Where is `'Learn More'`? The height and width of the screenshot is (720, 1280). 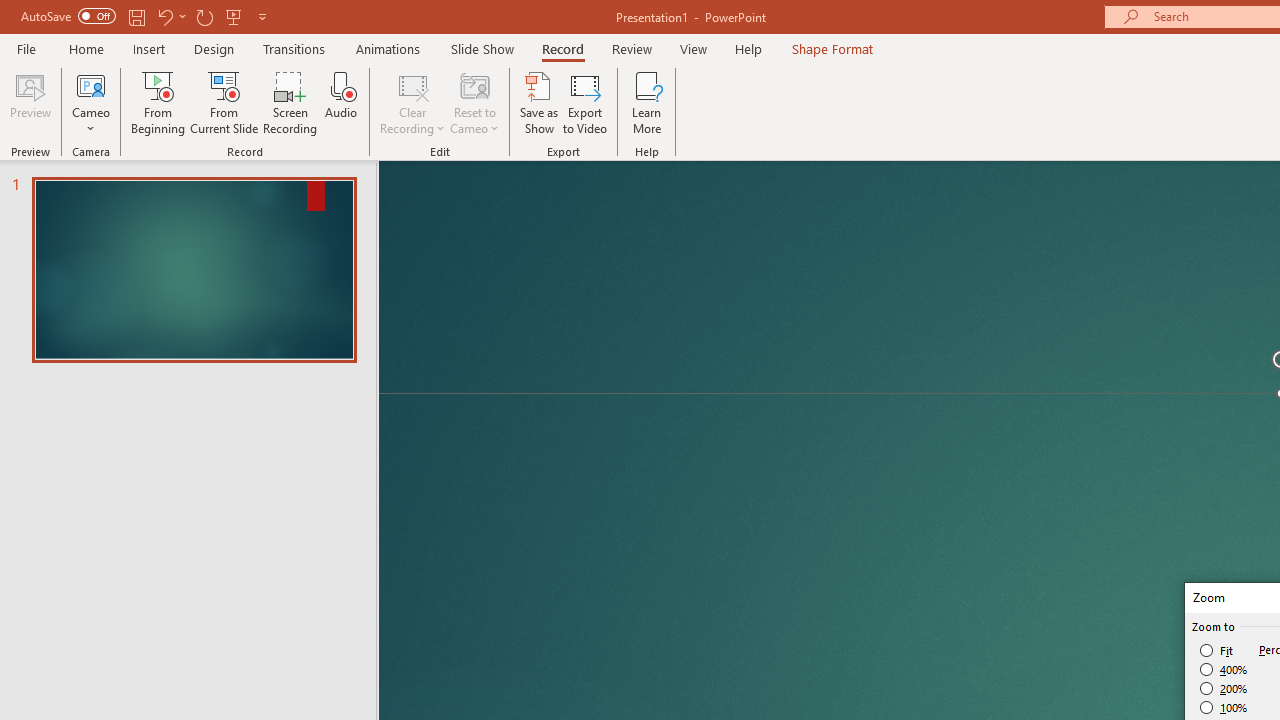 'Learn More' is located at coordinates (647, 103).